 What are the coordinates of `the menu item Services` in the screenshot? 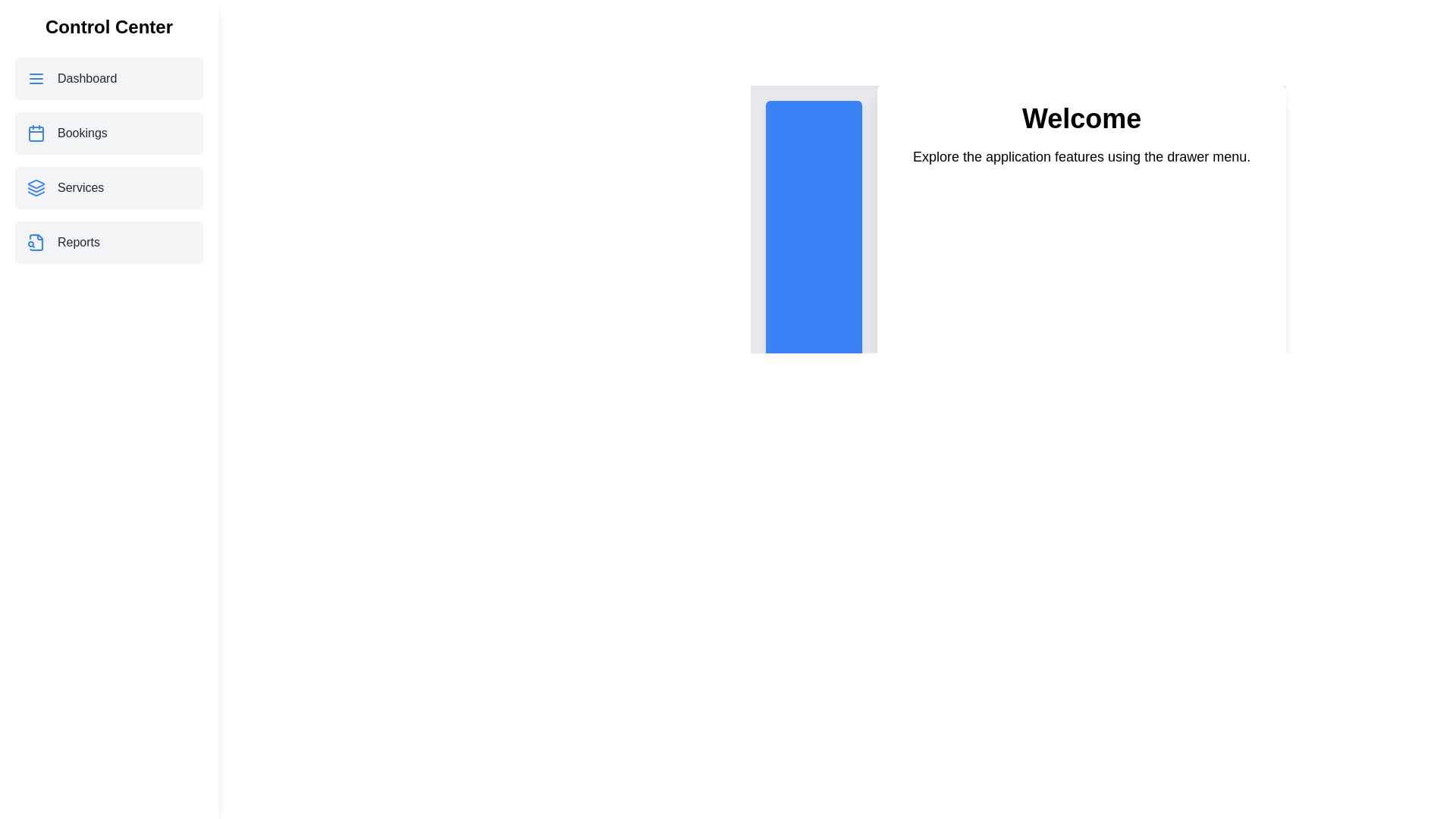 It's located at (108, 187).